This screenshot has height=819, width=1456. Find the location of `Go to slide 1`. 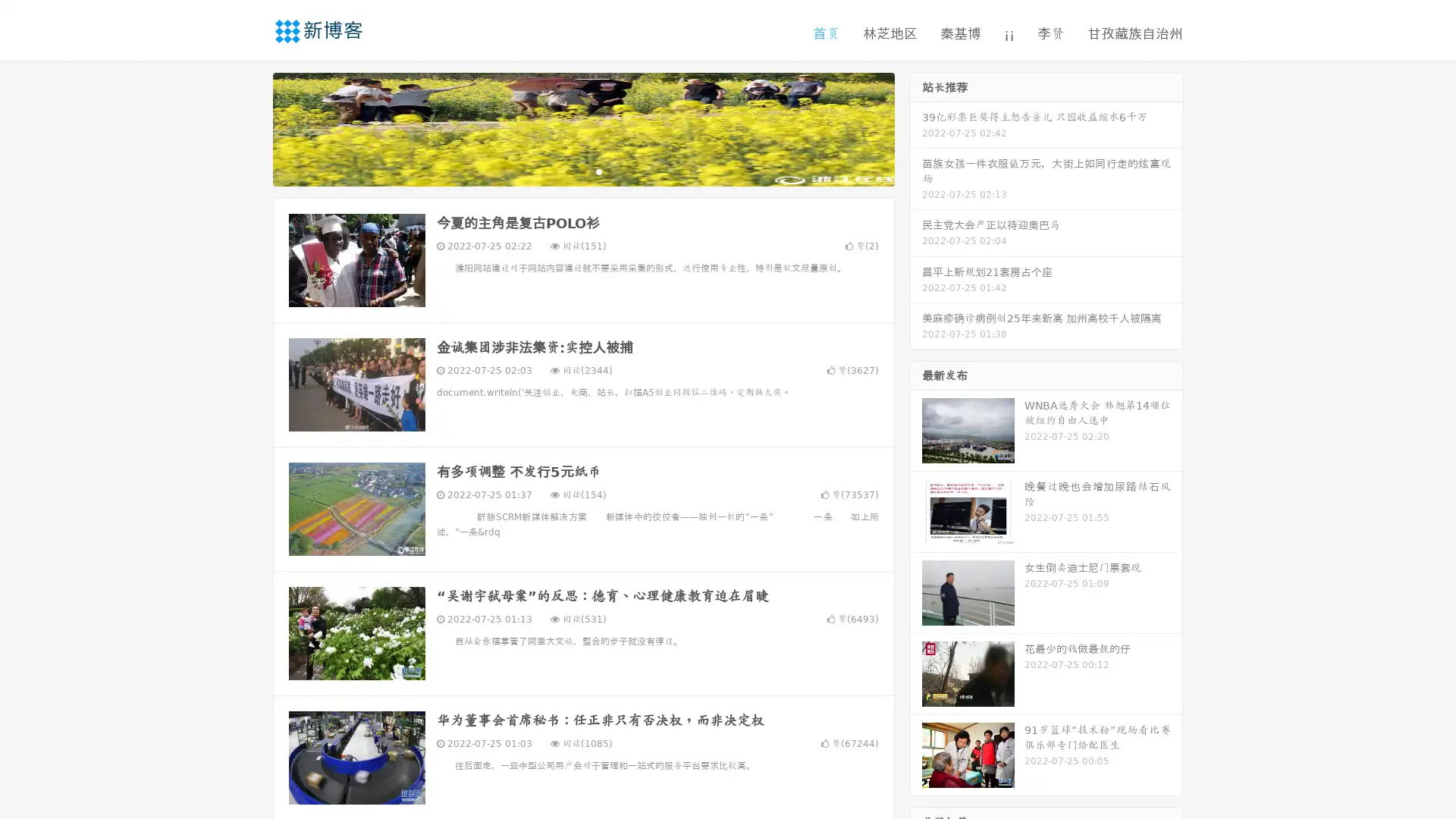

Go to slide 1 is located at coordinates (567, 171).